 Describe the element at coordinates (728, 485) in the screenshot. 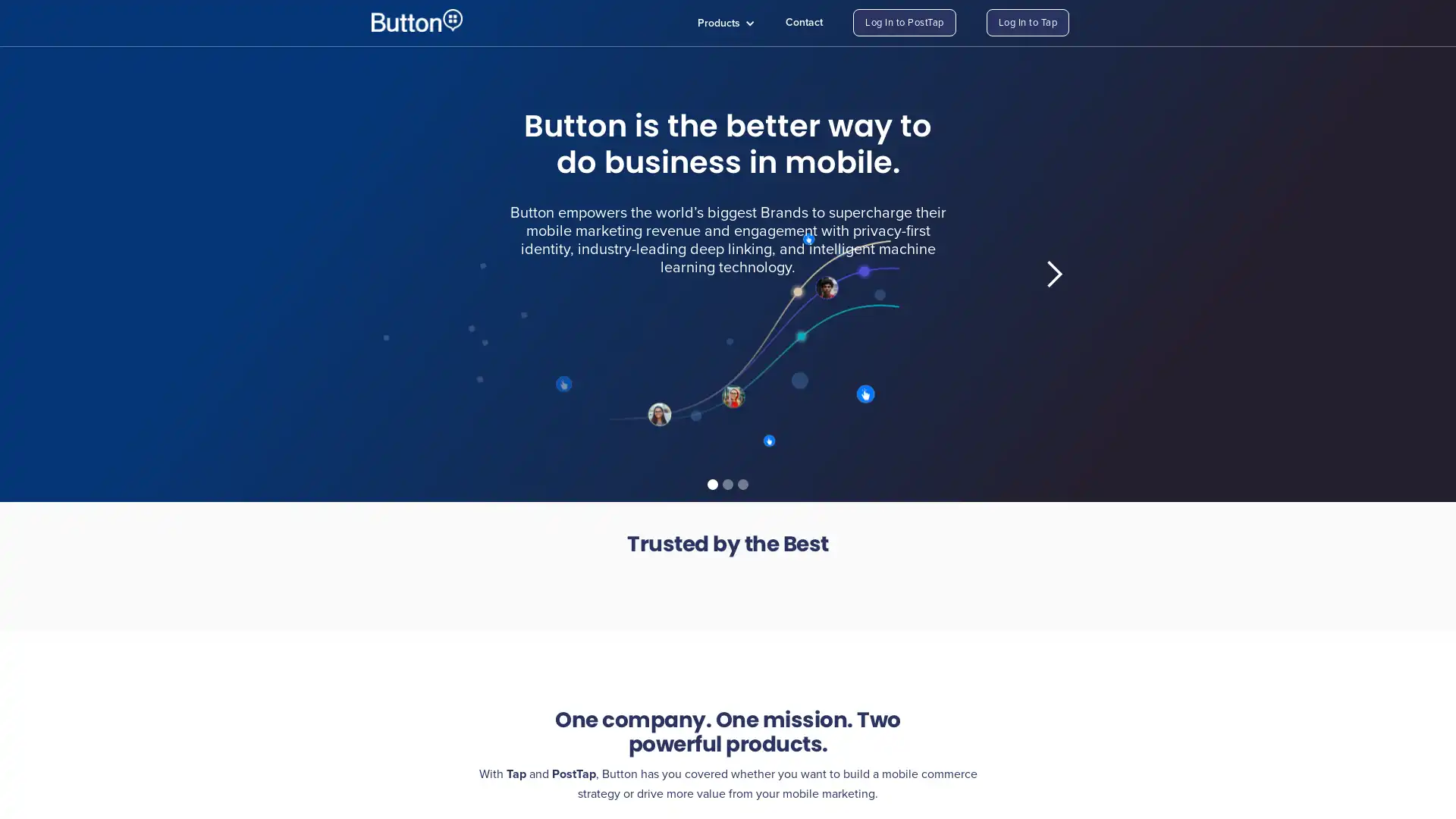

I see `Show slide 2 of 3` at that location.